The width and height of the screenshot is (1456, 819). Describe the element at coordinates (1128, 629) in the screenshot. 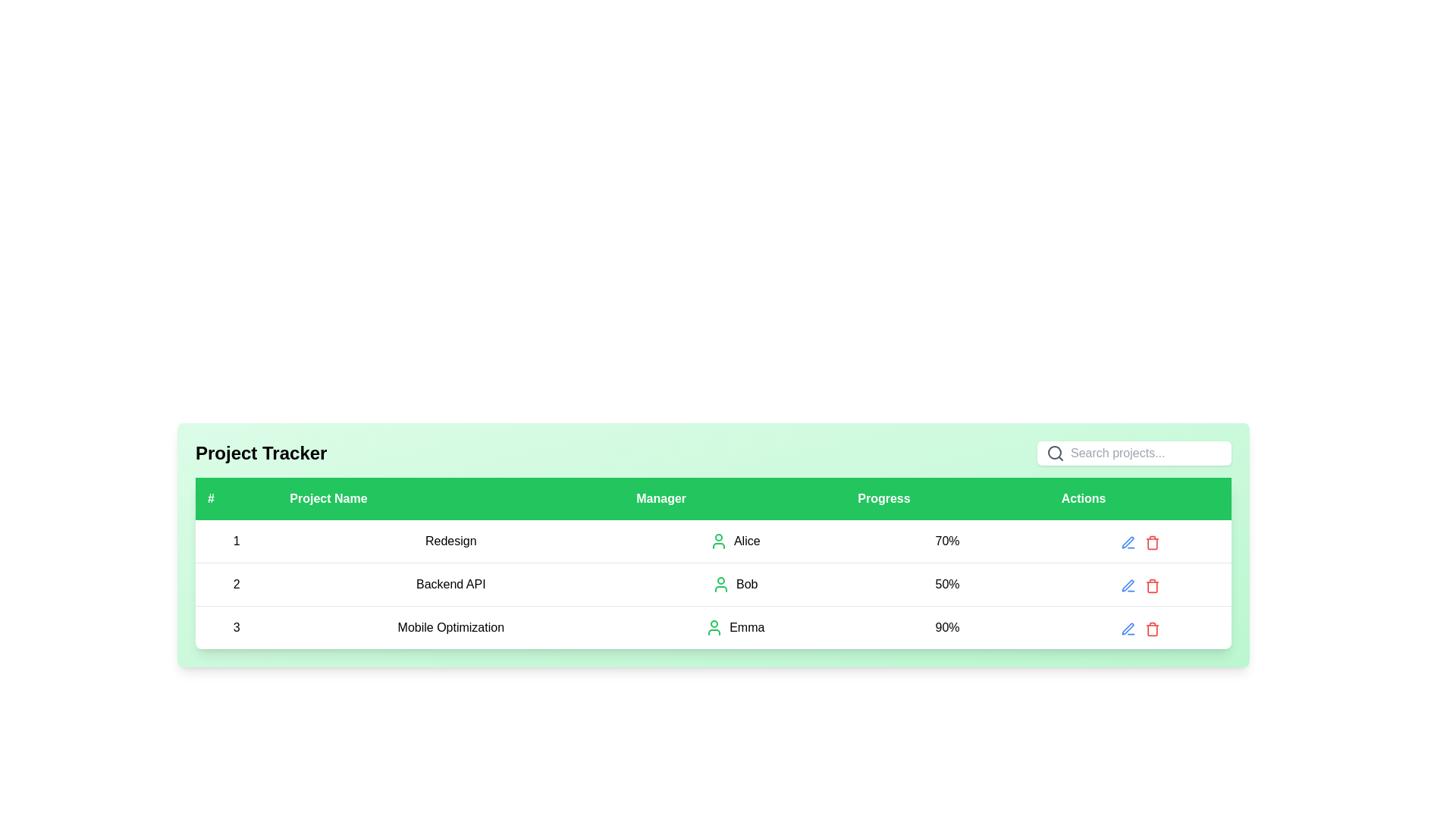

I see `the pencil icon button located in the actions column of the last row in the table` at that location.